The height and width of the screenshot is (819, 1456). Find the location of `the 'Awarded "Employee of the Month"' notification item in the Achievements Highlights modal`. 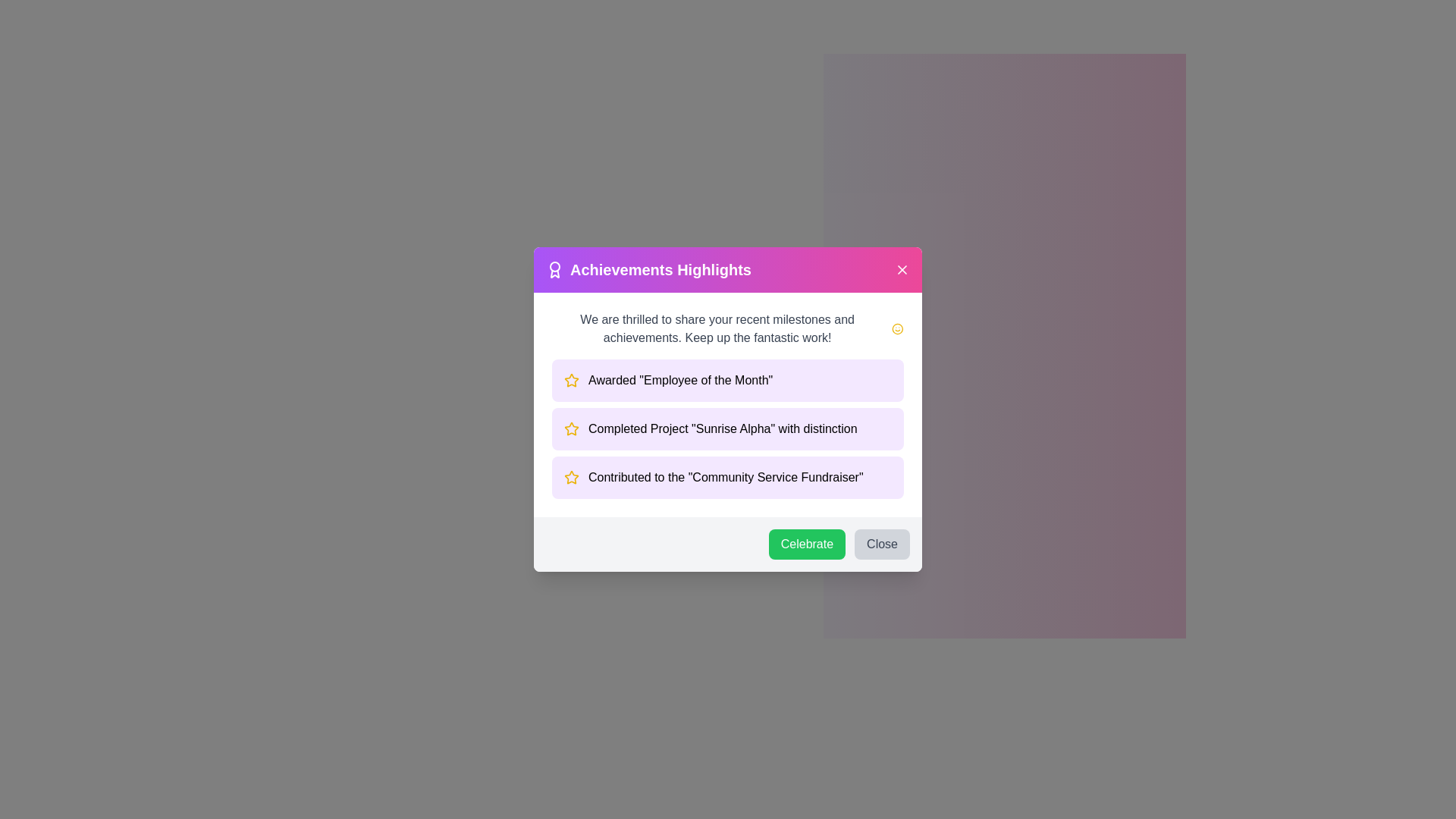

the 'Awarded "Employee of the Month"' notification item in the Achievements Highlights modal is located at coordinates (728, 379).